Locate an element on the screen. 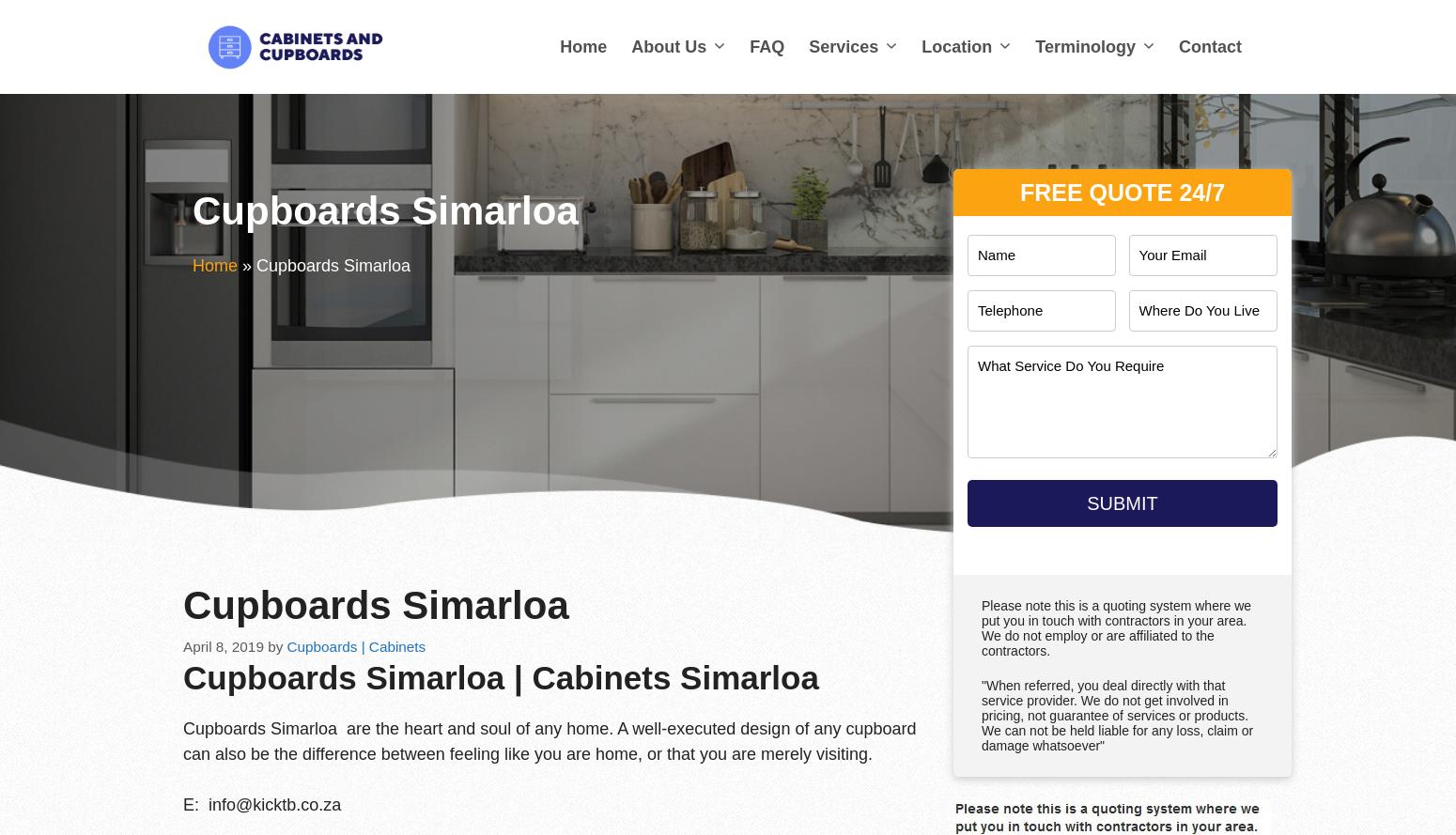  'Services' is located at coordinates (844, 46).